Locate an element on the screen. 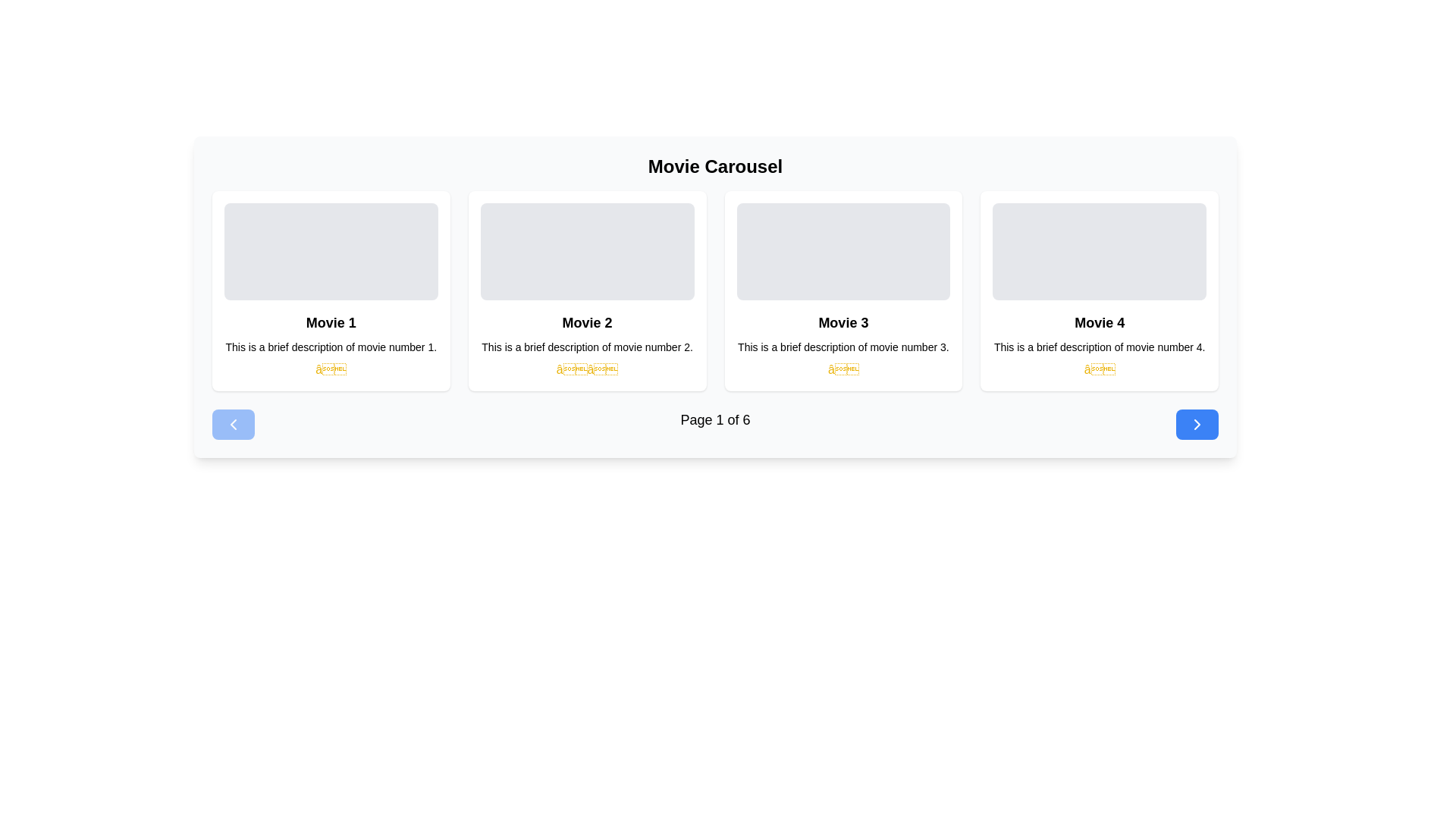  the Rating Star icon located in the center of the first card in the horizontal carousel beneath the title 'Movie 1' is located at coordinates (330, 369).